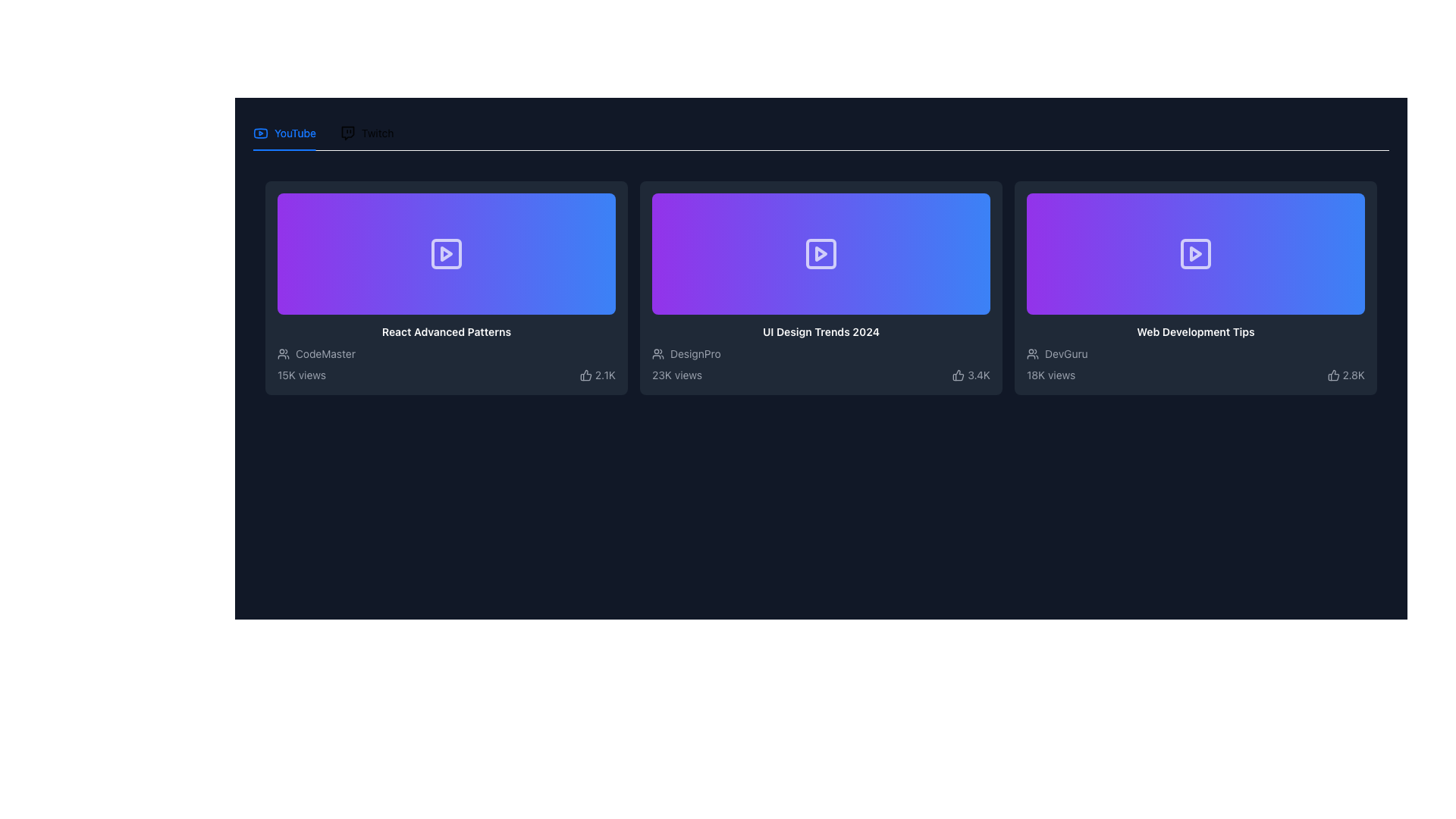 Image resolution: width=1456 pixels, height=819 pixels. Describe the element at coordinates (1195, 331) in the screenshot. I see `title of the text label displaying 'Web Development Tips', which is styled with a white bold font and located at the lower part of a card-like structure` at that location.